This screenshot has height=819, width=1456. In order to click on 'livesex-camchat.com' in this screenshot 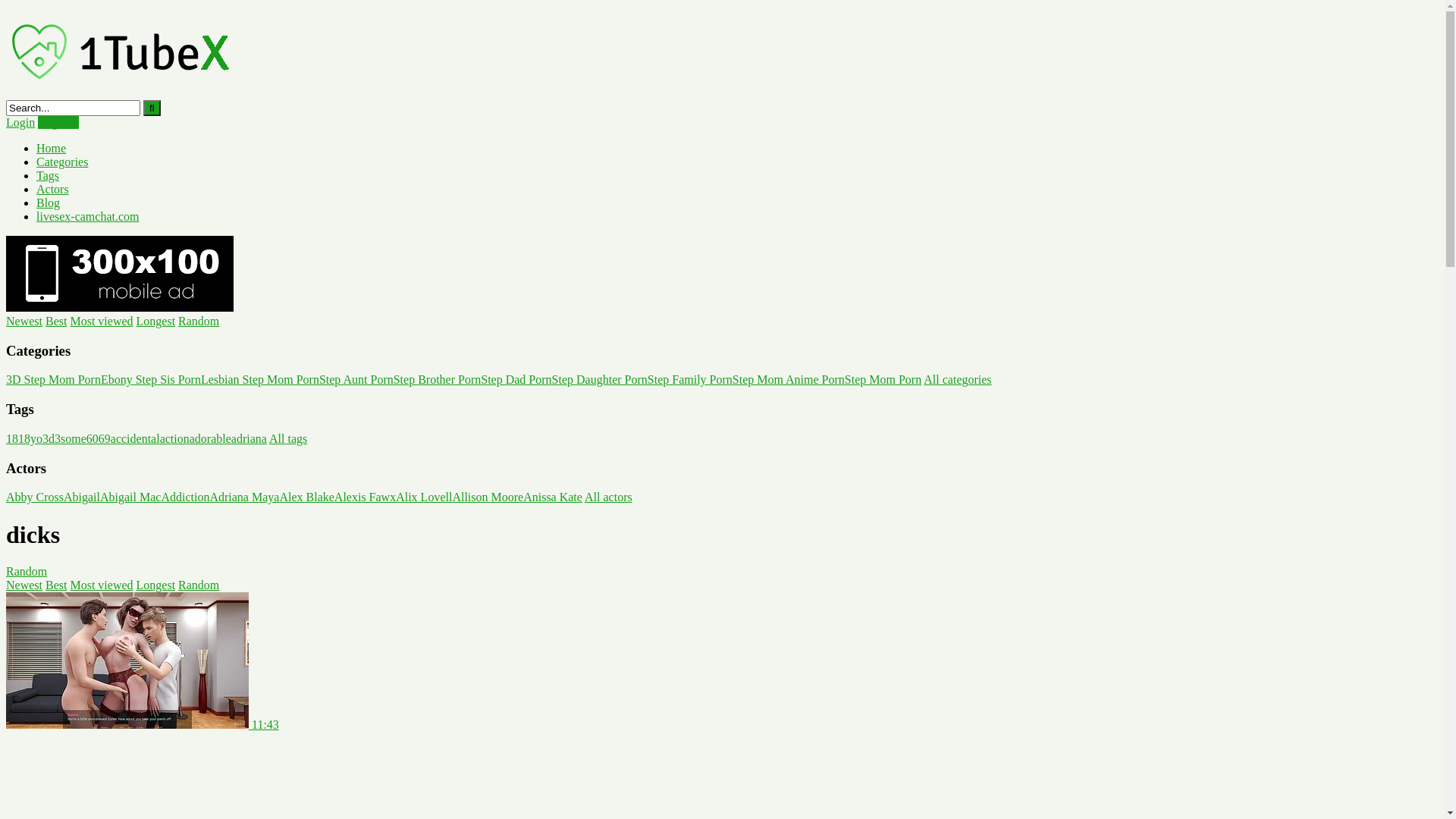, I will do `click(36, 216)`.